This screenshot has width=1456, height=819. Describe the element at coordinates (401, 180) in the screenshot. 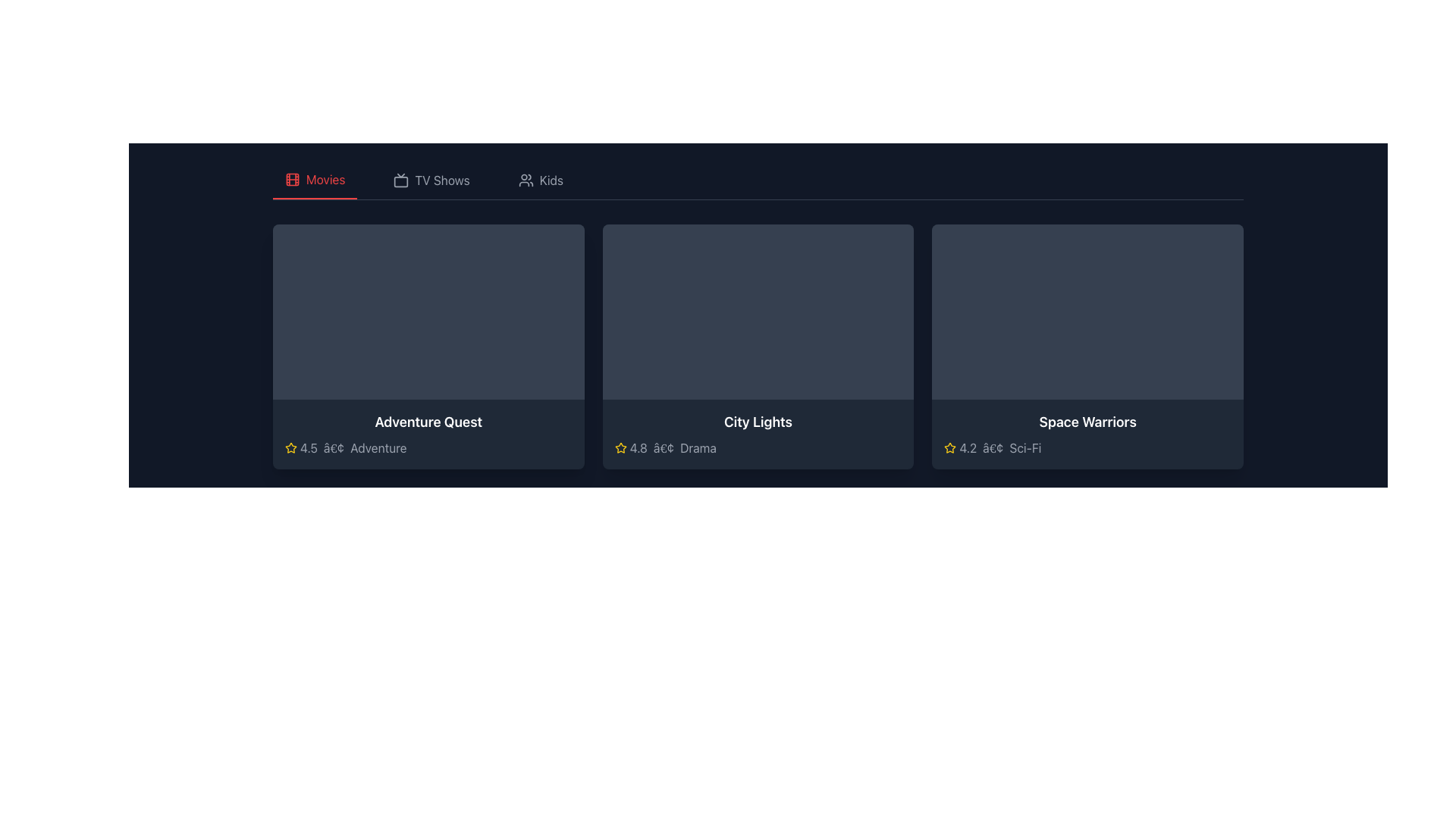

I see `the TV Shows icon located in the top navigation bar, which visually reinforces the theme of the 'TV Shows' button and is positioned to the left of the text 'TV Shows'` at that location.